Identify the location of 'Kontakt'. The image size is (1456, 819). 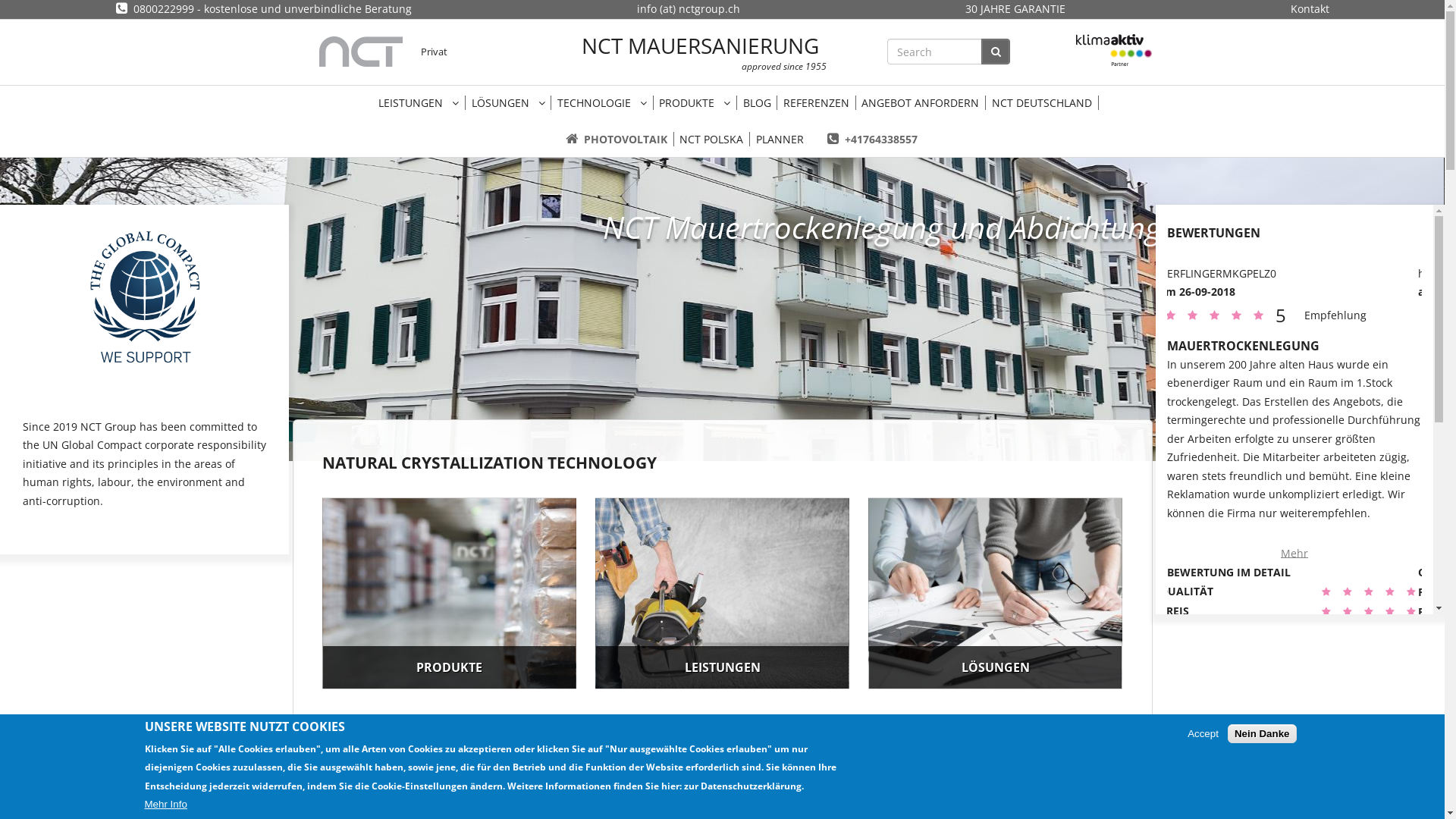
(1309, 8).